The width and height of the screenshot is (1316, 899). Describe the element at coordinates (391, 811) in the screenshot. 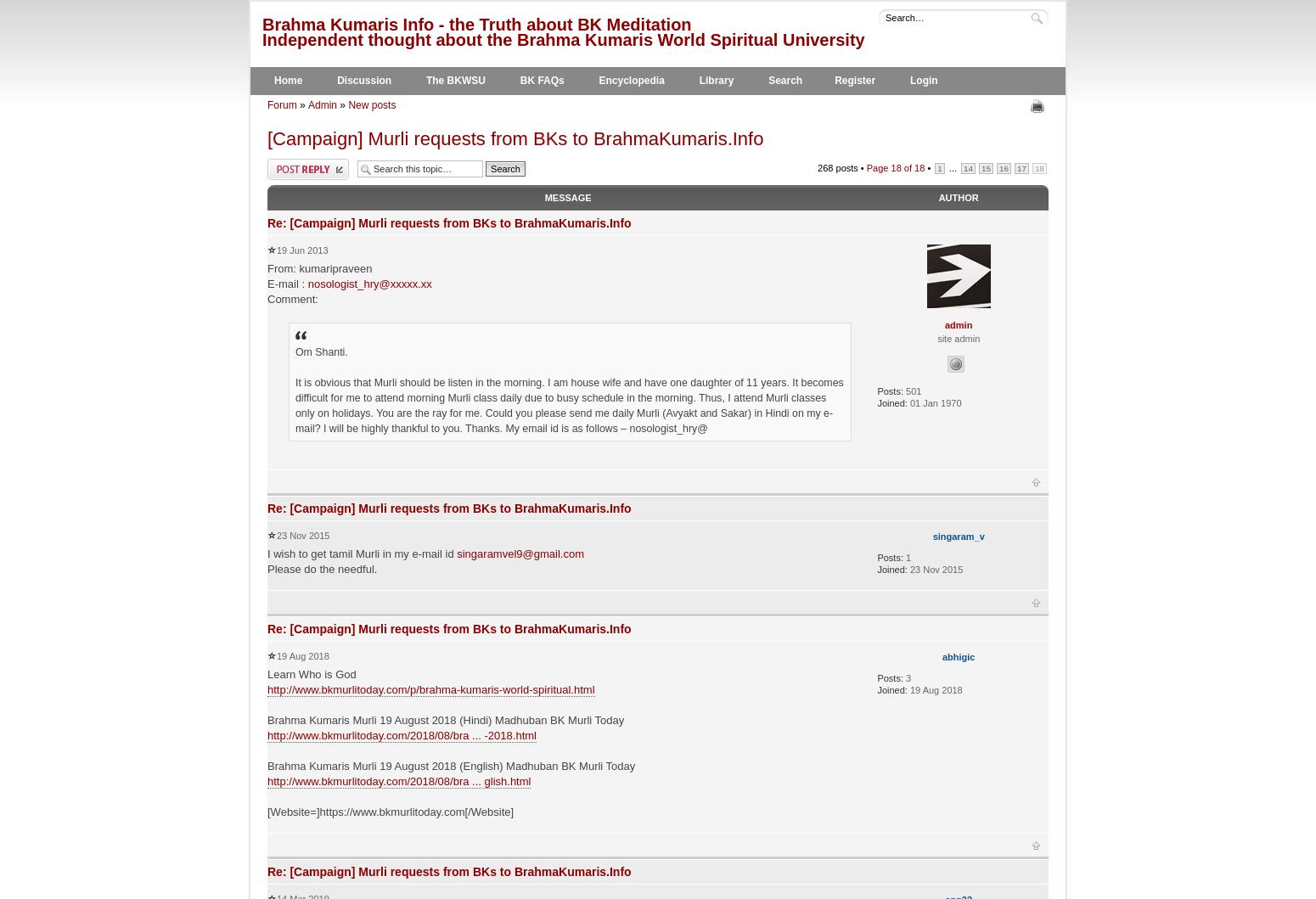

I see `'[Website=]https://www.bkmurlitoday.com[/Website]'` at that location.